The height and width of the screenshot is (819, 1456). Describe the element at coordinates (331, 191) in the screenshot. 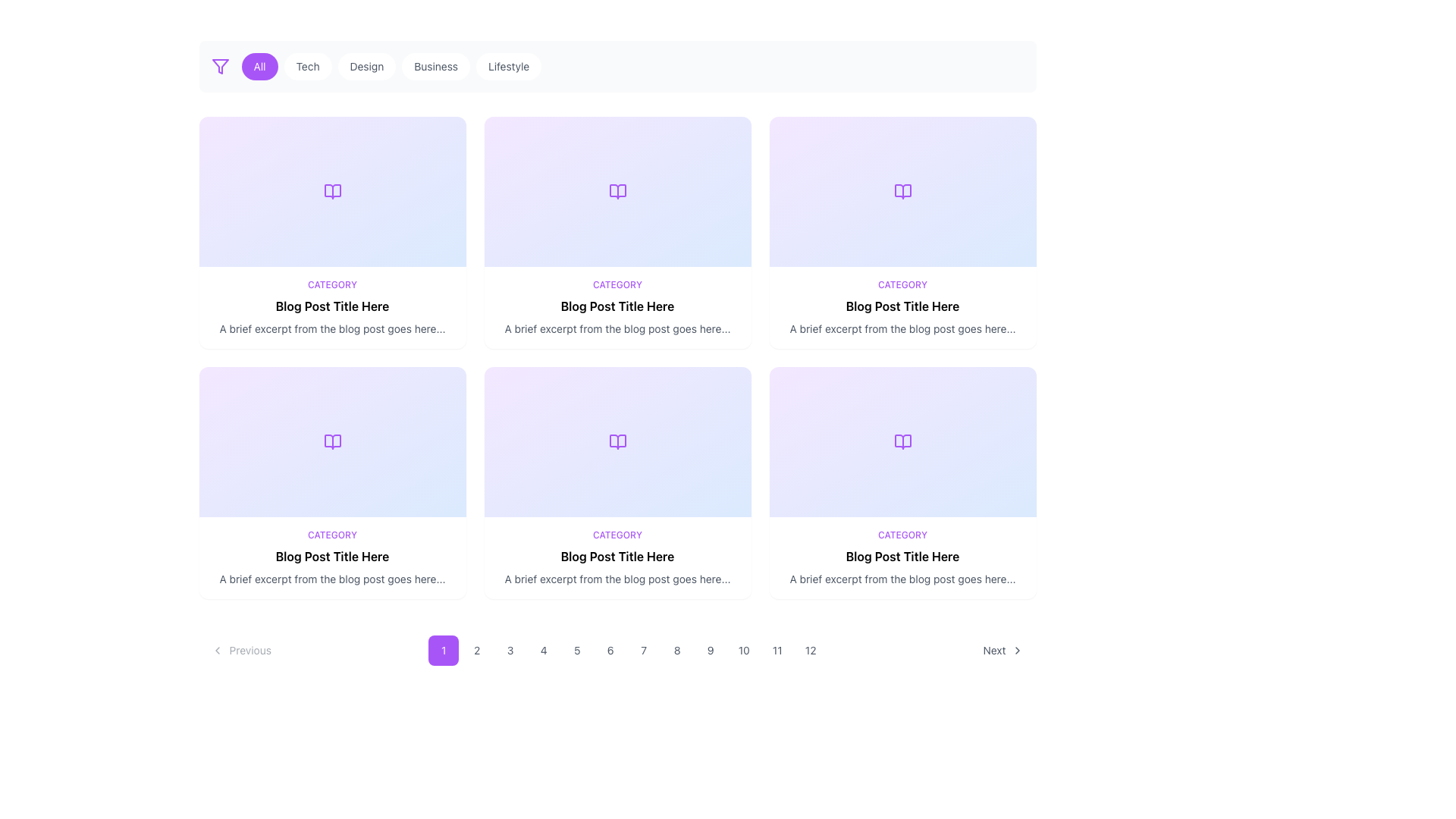

I see `the decorative SVG book icon that is centrally located within the first card of a grid layout on the webpage` at that location.